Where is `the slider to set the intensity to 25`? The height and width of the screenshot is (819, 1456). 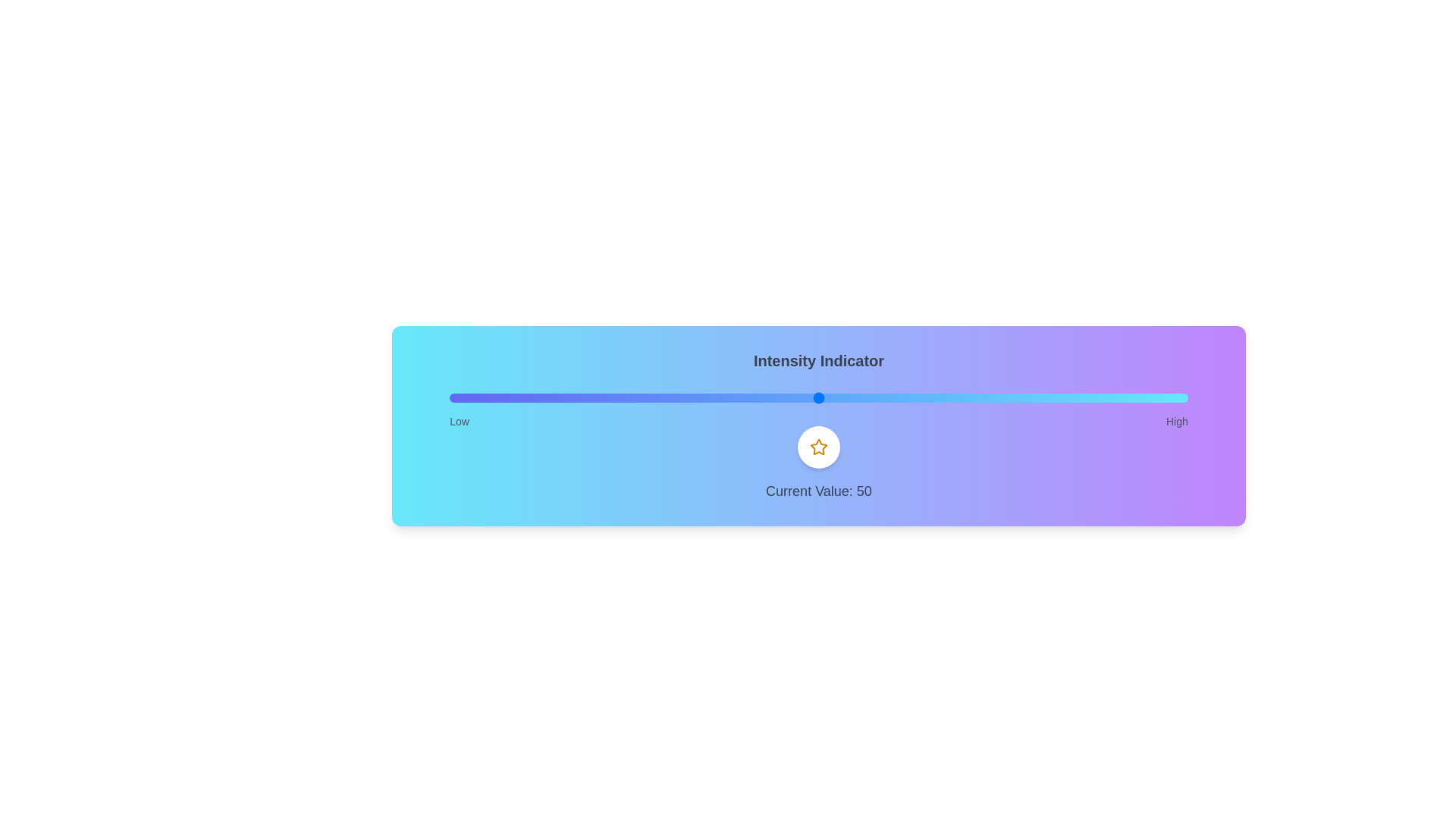 the slider to set the intensity to 25 is located at coordinates (634, 397).